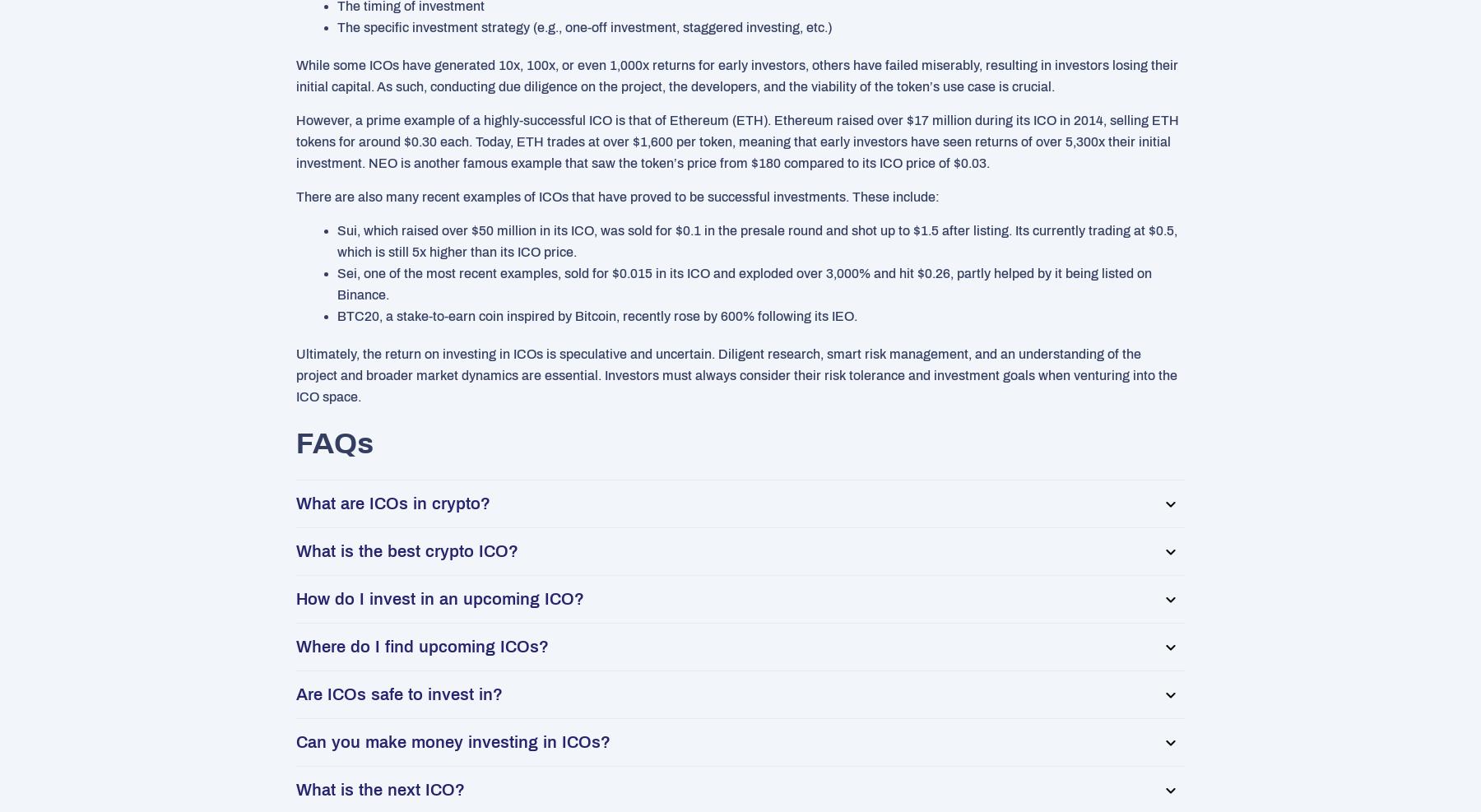  What do you see at coordinates (439, 598) in the screenshot?
I see `'How do I invest in an upcoming ICO?'` at bounding box center [439, 598].